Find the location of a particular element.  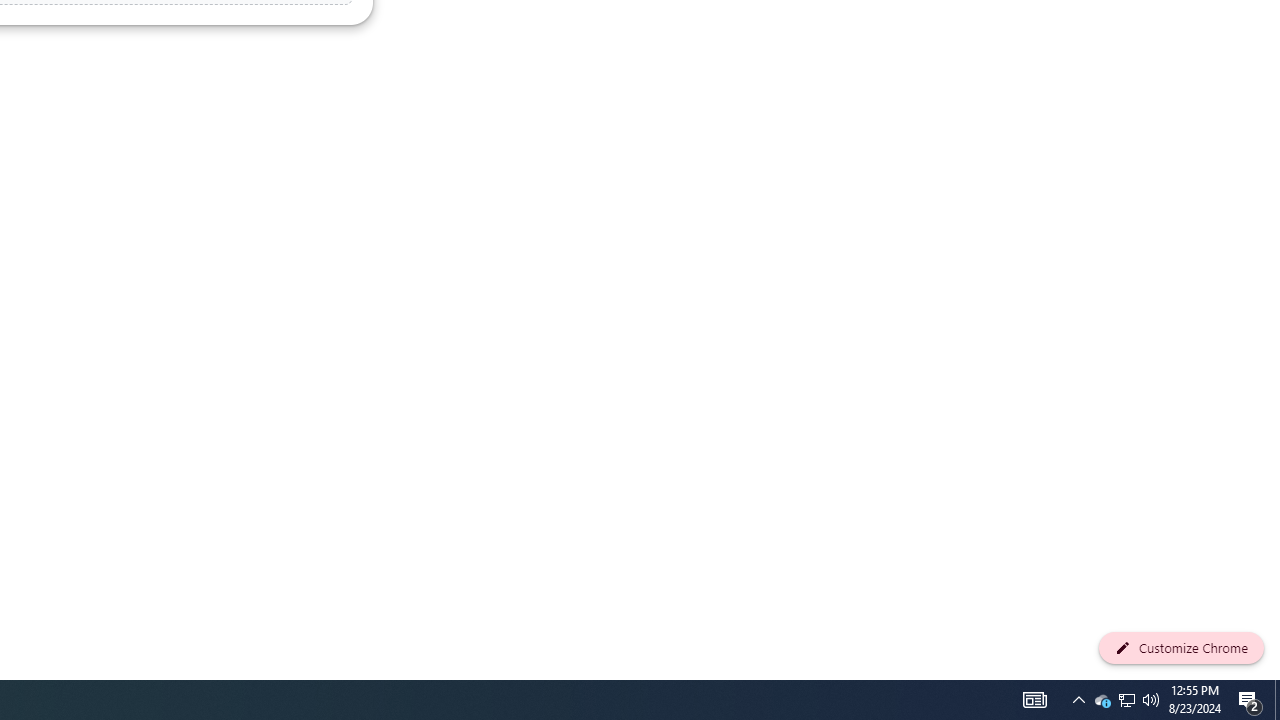

'User Promoted Notification Area' is located at coordinates (1127, 698).